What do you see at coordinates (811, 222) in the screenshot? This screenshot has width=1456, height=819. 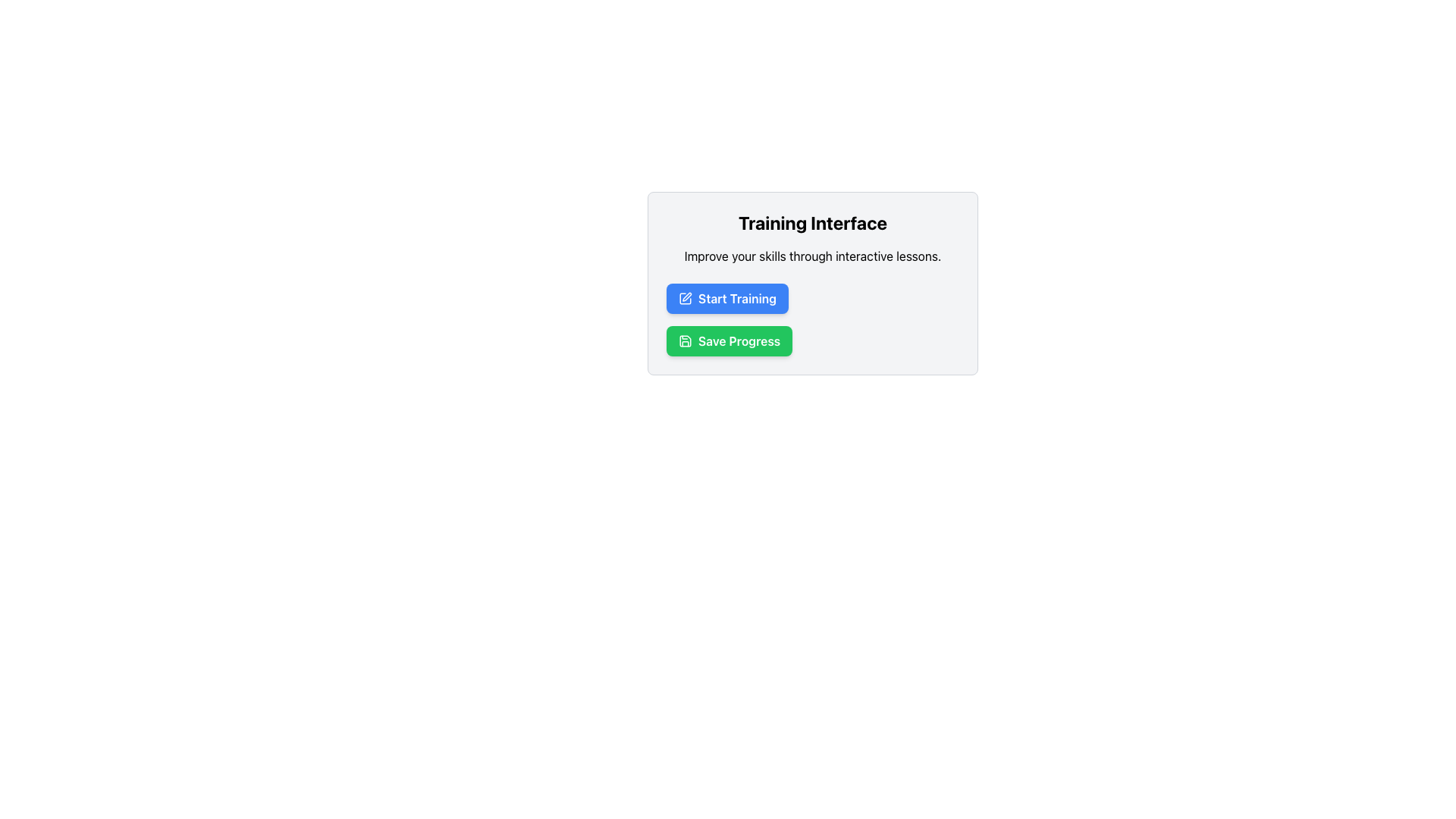 I see `the primary heading text label that serves as the title for the section, located above the text 'Improve your skills through interactive lessons.'` at bounding box center [811, 222].